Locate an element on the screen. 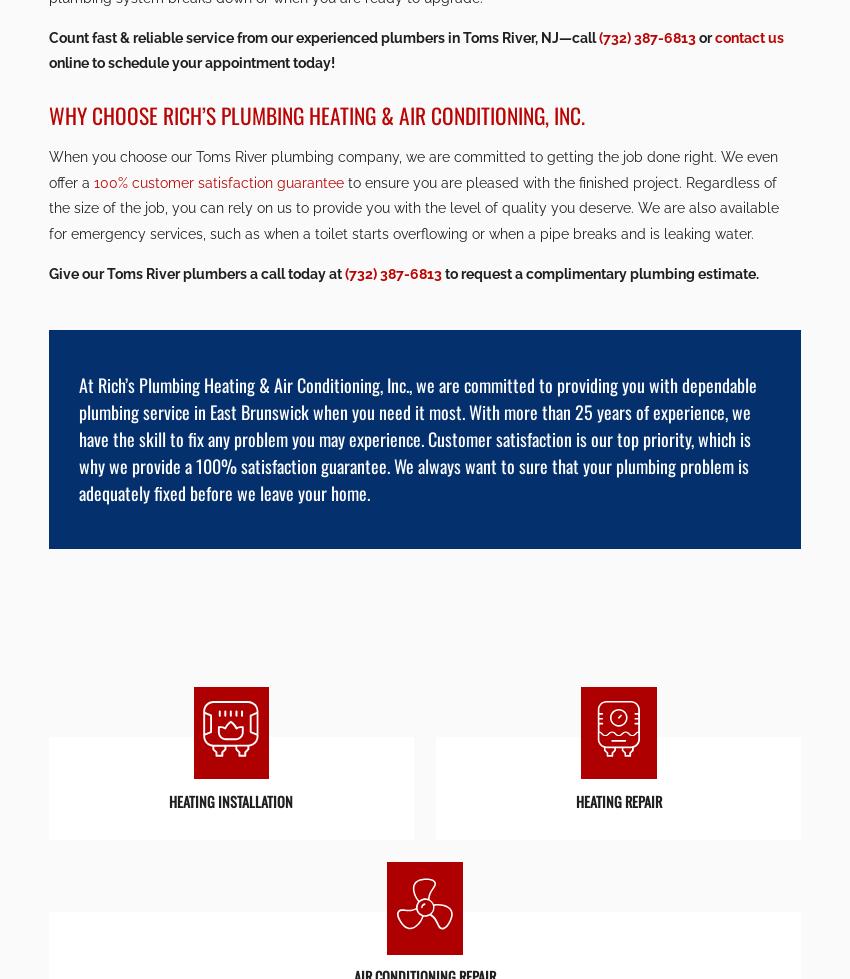 The width and height of the screenshot is (850, 979). 'Heating Installation' is located at coordinates (425, 399).